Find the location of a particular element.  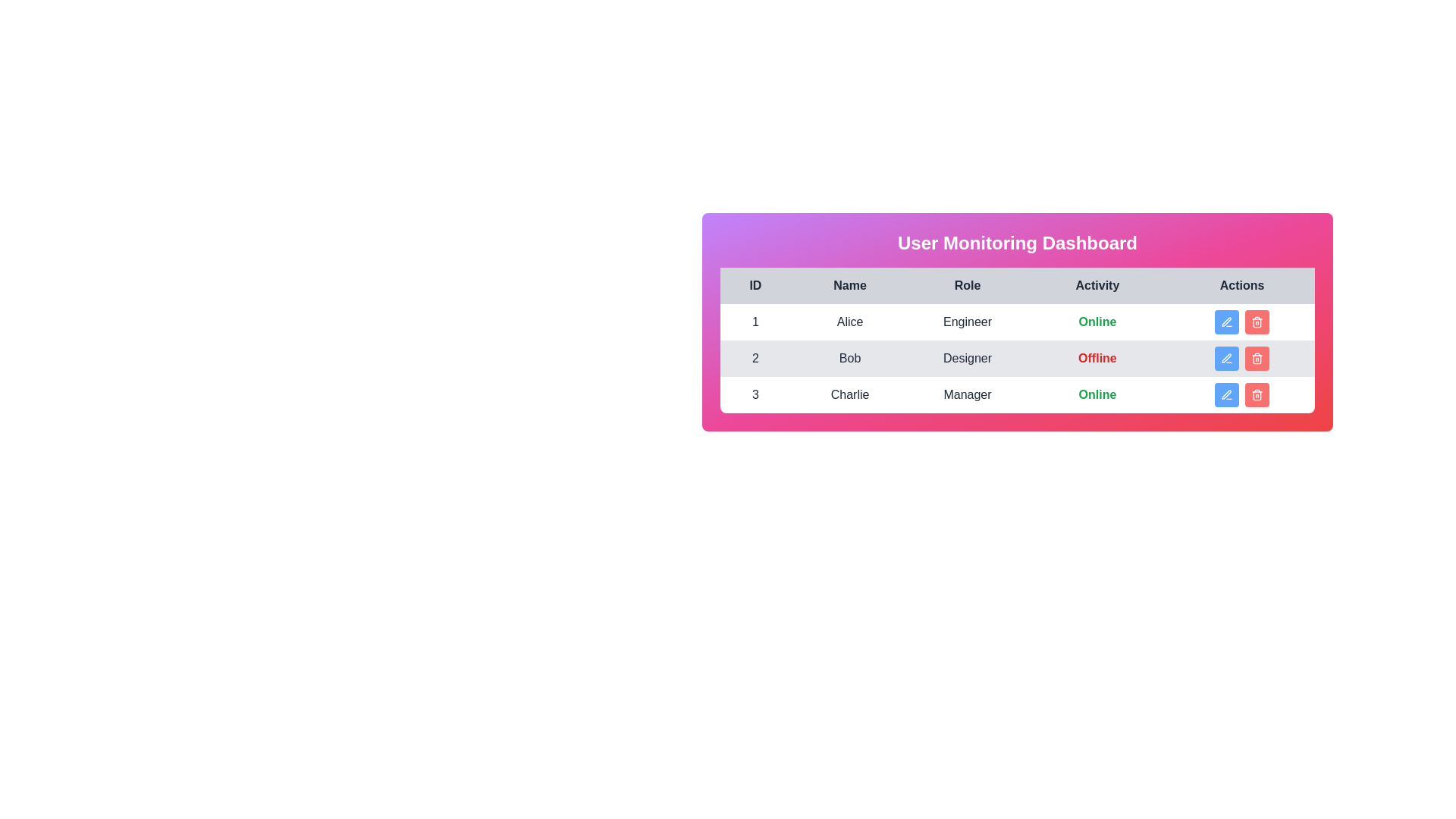

the row corresponding to user 1 is located at coordinates (1018, 321).